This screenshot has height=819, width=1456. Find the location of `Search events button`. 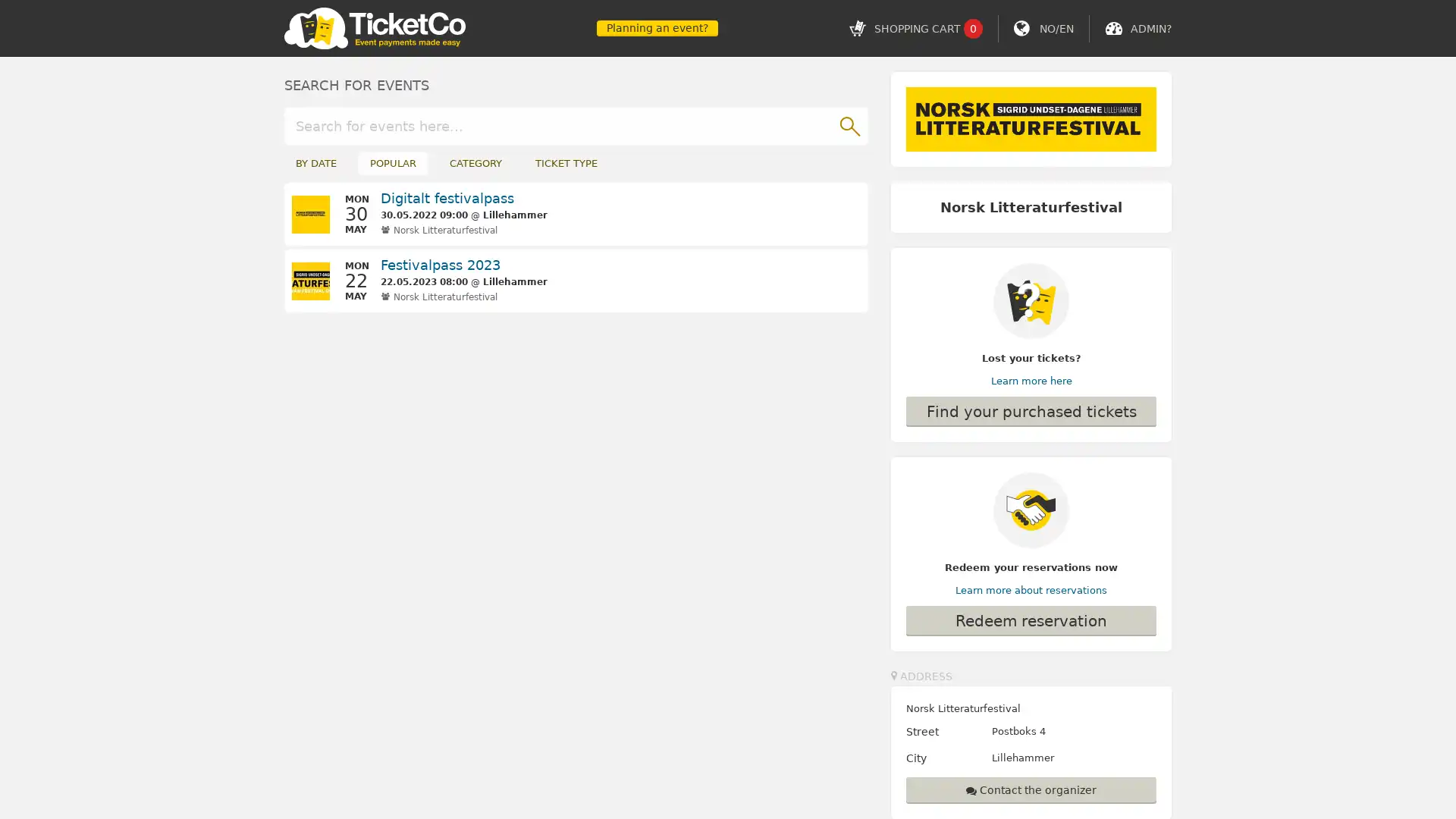

Search events button is located at coordinates (848, 124).